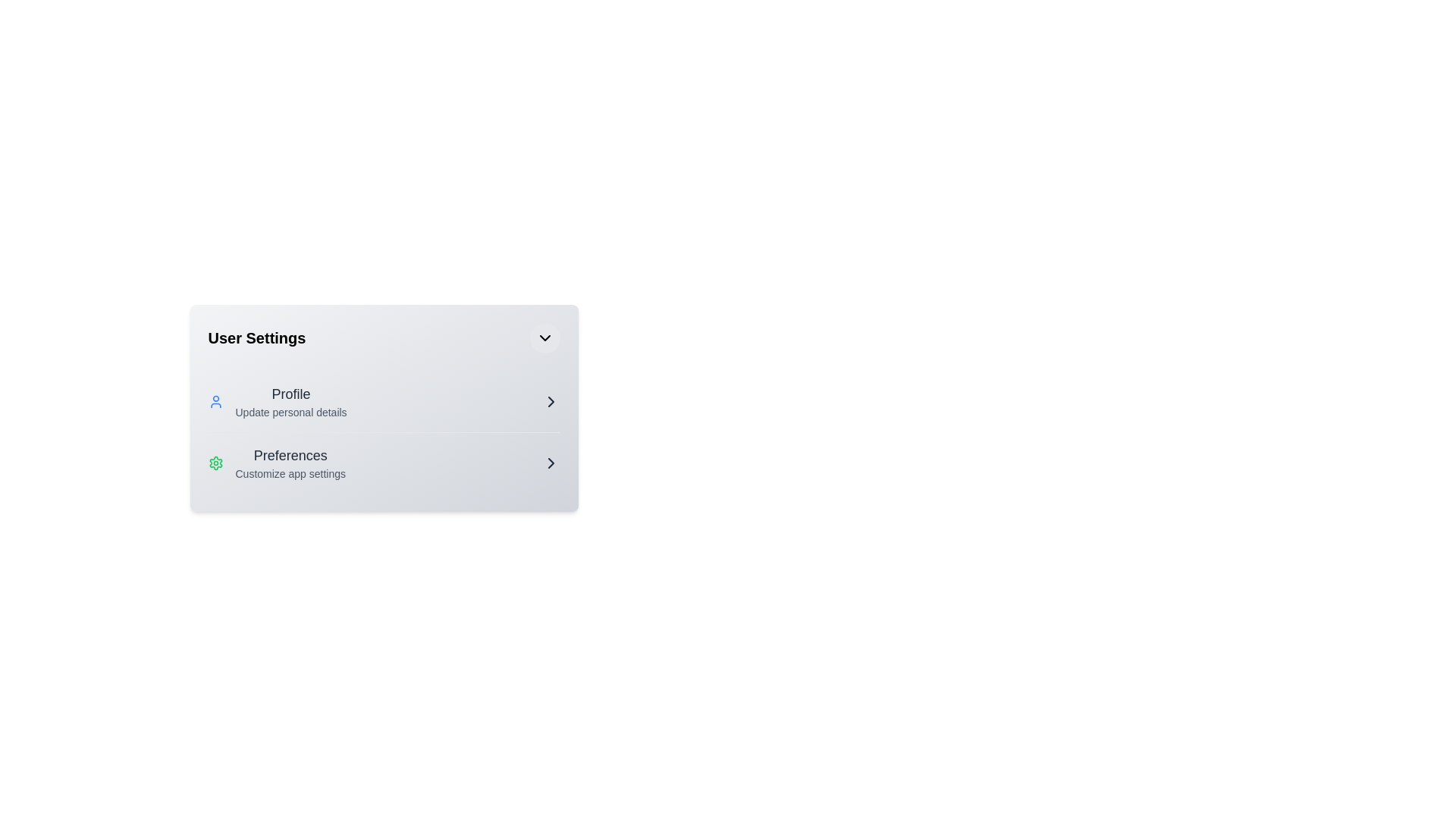 The image size is (1456, 819). Describe the element at coordinates (384, 401) in the screenshot. I see `the first List item in the 'User Settings' menu` at that location.